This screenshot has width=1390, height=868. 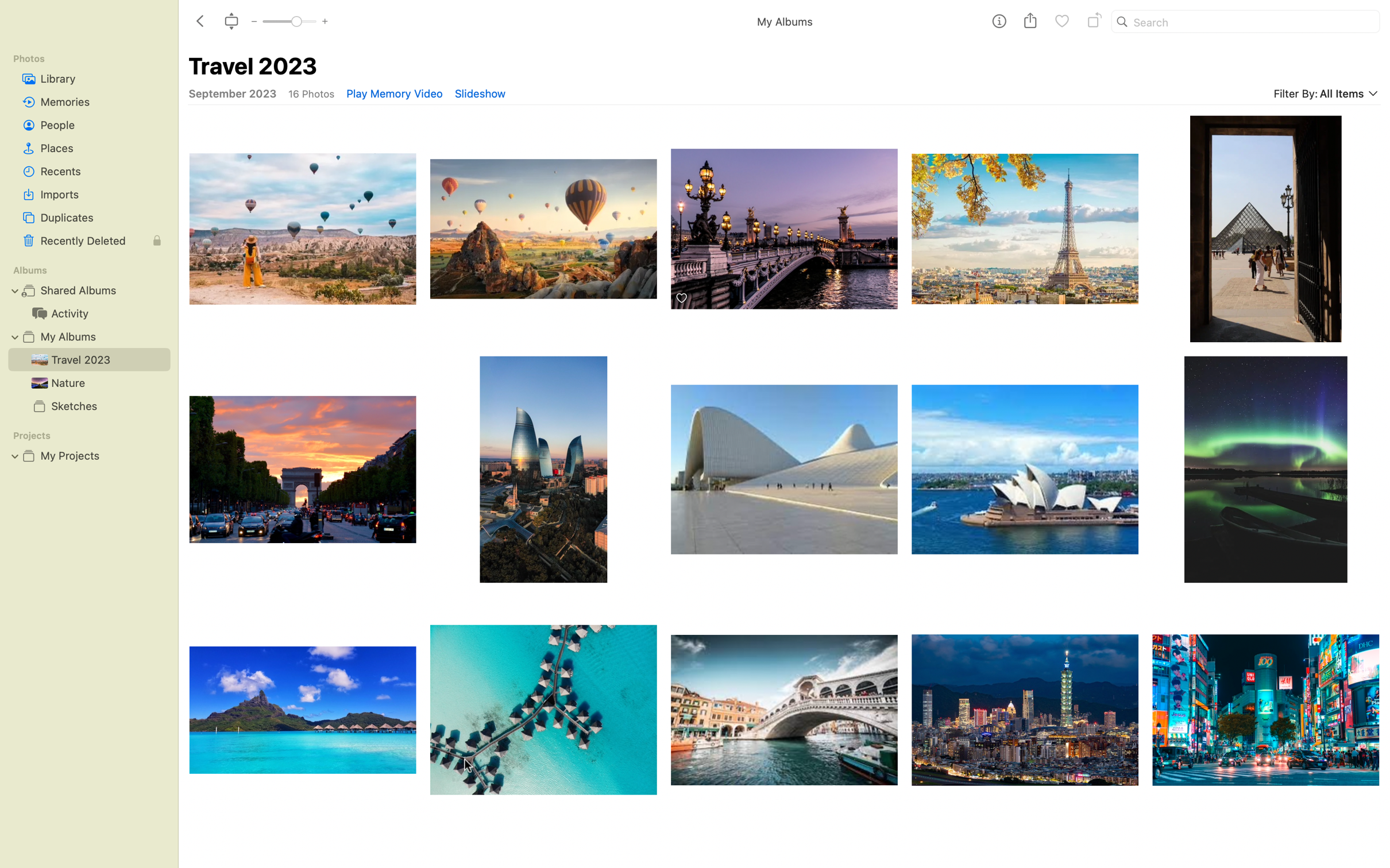 I want to click on Perform a triple rotation on the picture of the lotus temple in Sydney, so click(x=1025, y=468).